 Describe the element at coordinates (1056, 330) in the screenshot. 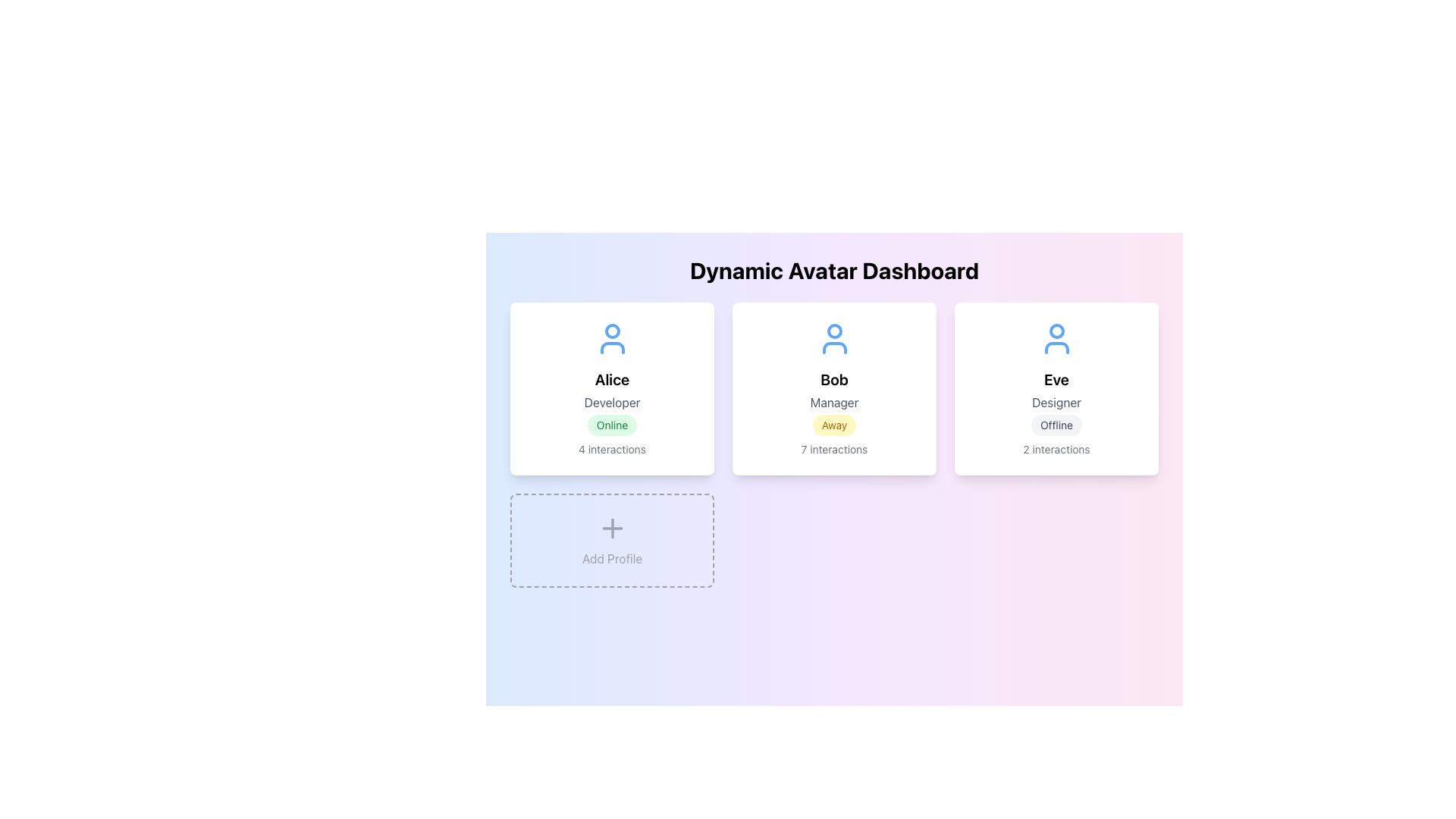

I see `the SVG circle graphic element that represents the head part of the avatar glyph for the user profile in the third card labeled 'Eve'` at that location.